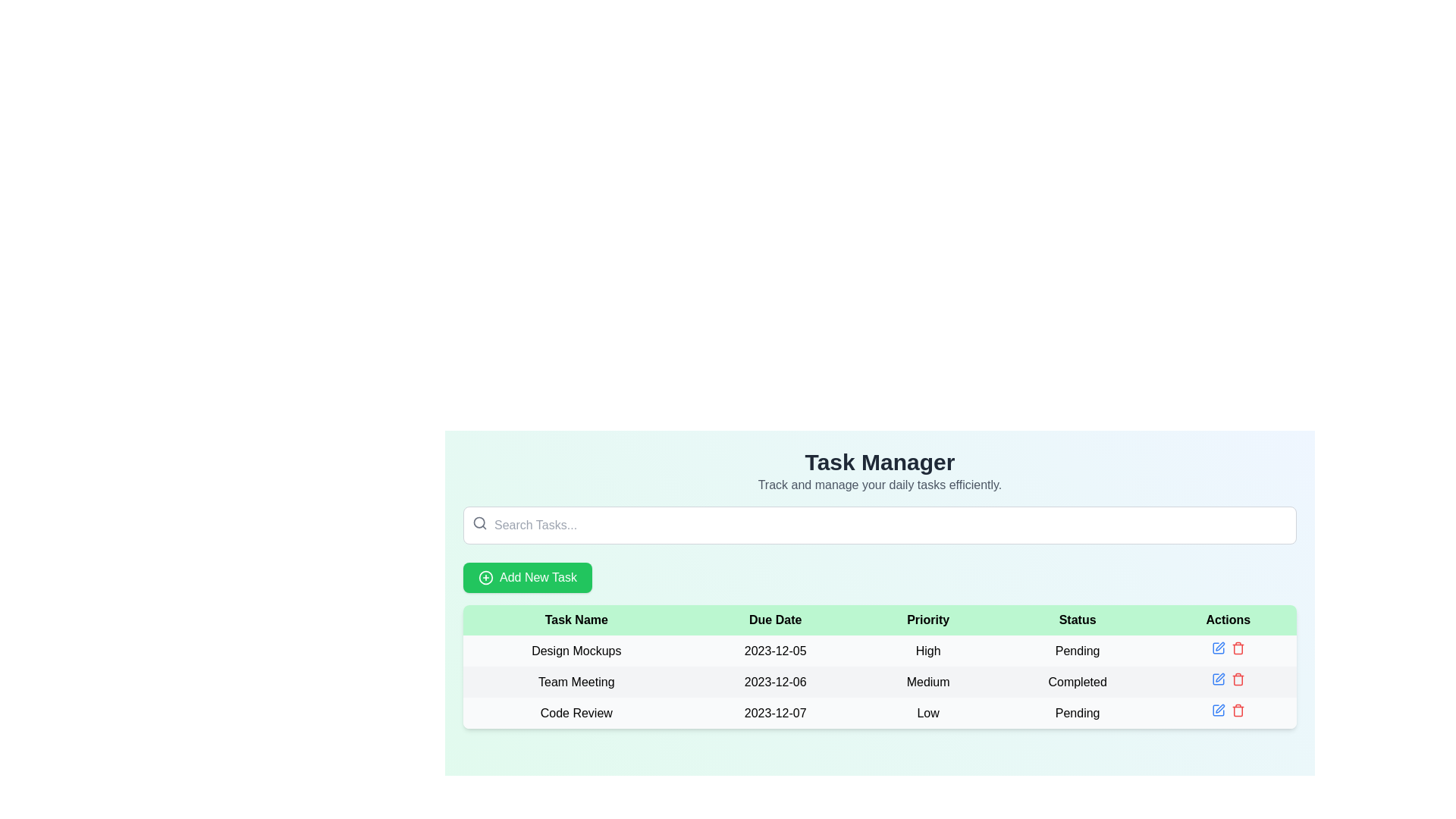 This screenshot has height=819, width=1456. I want to click on the table row representing the task labeled 'Code Review' with due date '2023-12-07', priority 'Low', and status 'Pending', so click(880, 713).